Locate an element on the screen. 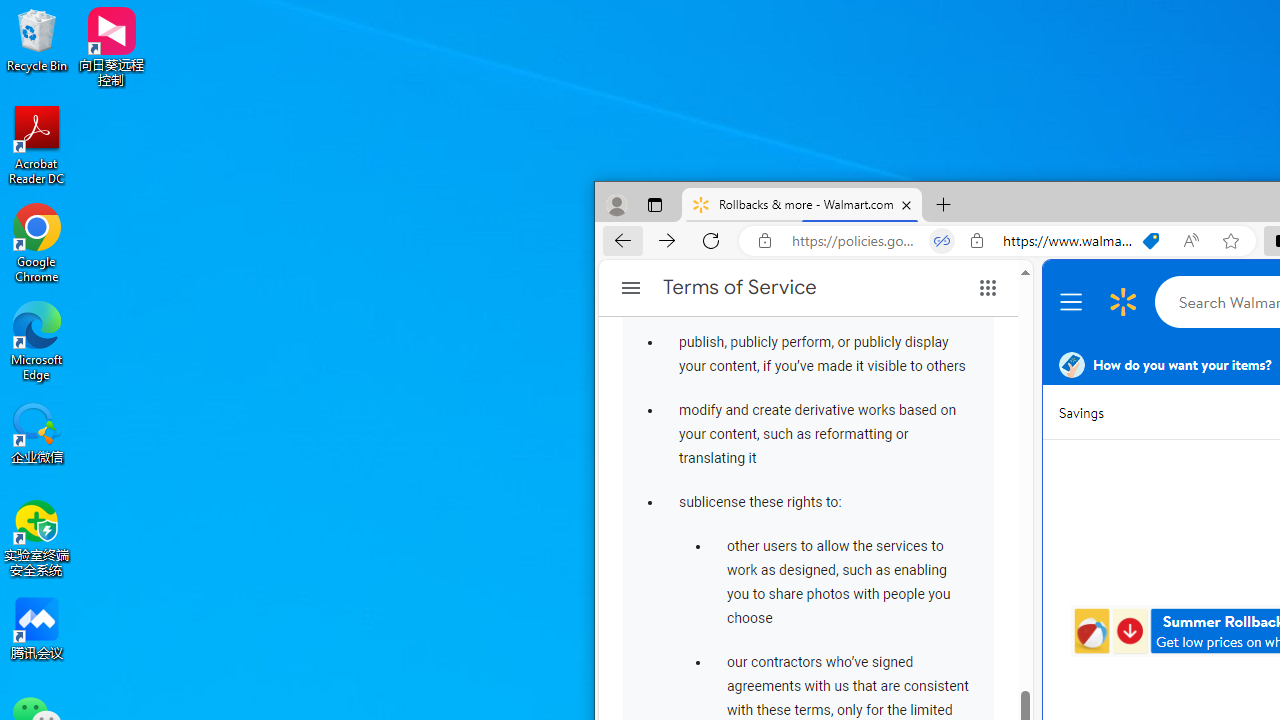 The width and height of the screenshot is (1280, 720). 'Menu' is located at coordinates (1073, 302).